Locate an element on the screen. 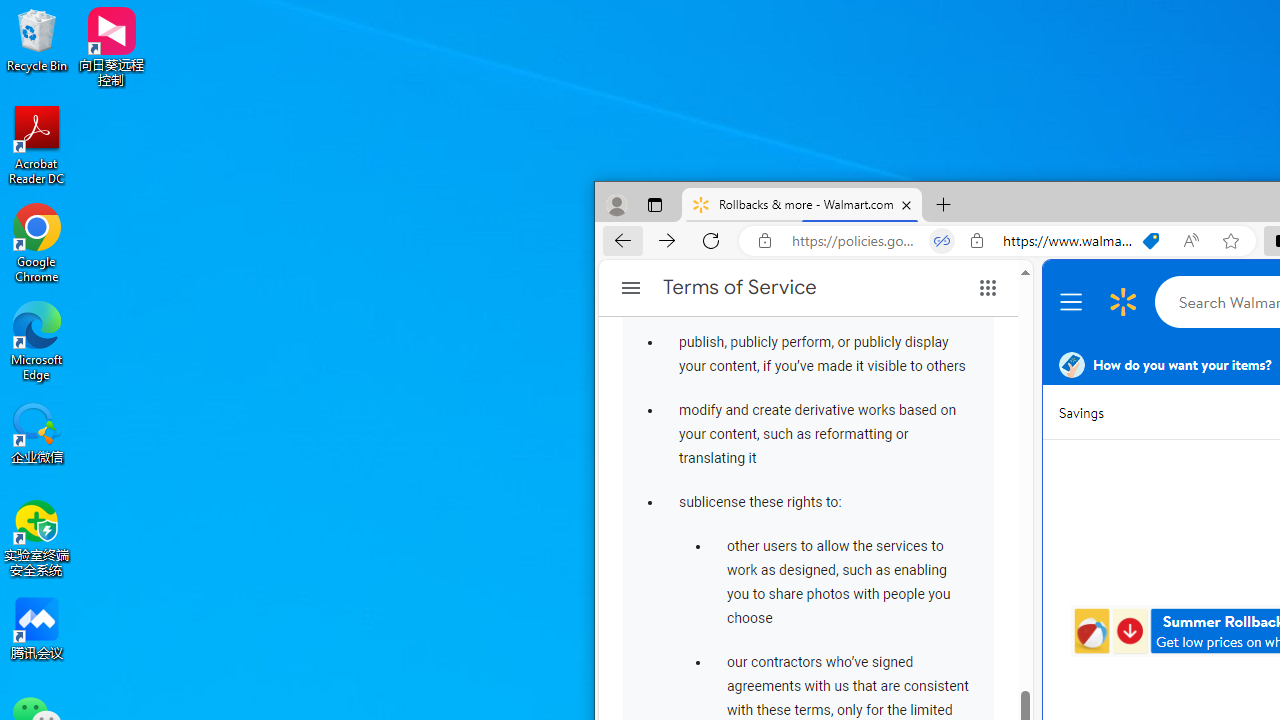 The width and height of the screenshot is (1280, 720). 'Menu' is located at coordinates (1073, 302).